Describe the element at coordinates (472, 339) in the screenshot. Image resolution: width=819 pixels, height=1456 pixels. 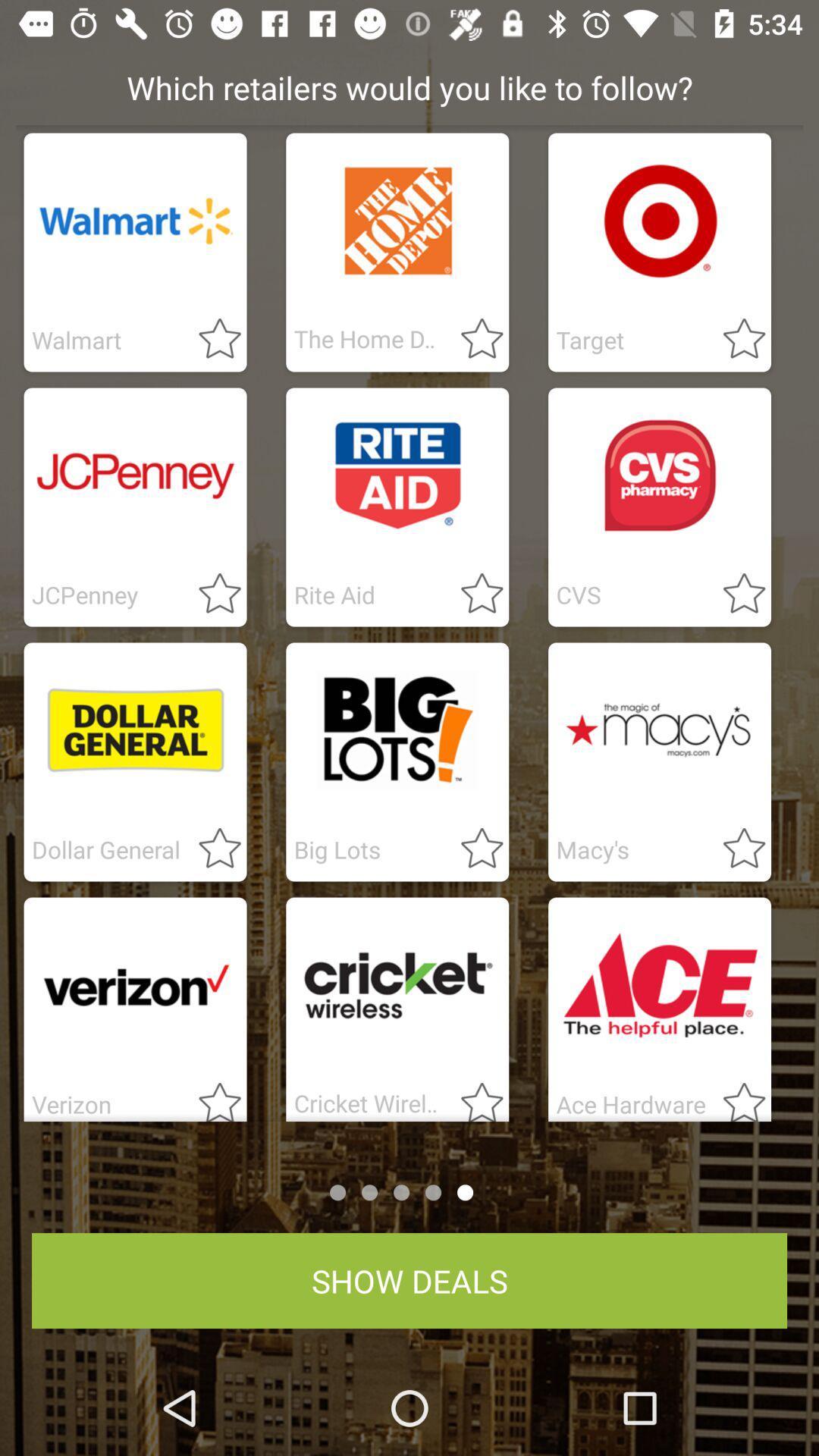
I see `as favourite` at that location.